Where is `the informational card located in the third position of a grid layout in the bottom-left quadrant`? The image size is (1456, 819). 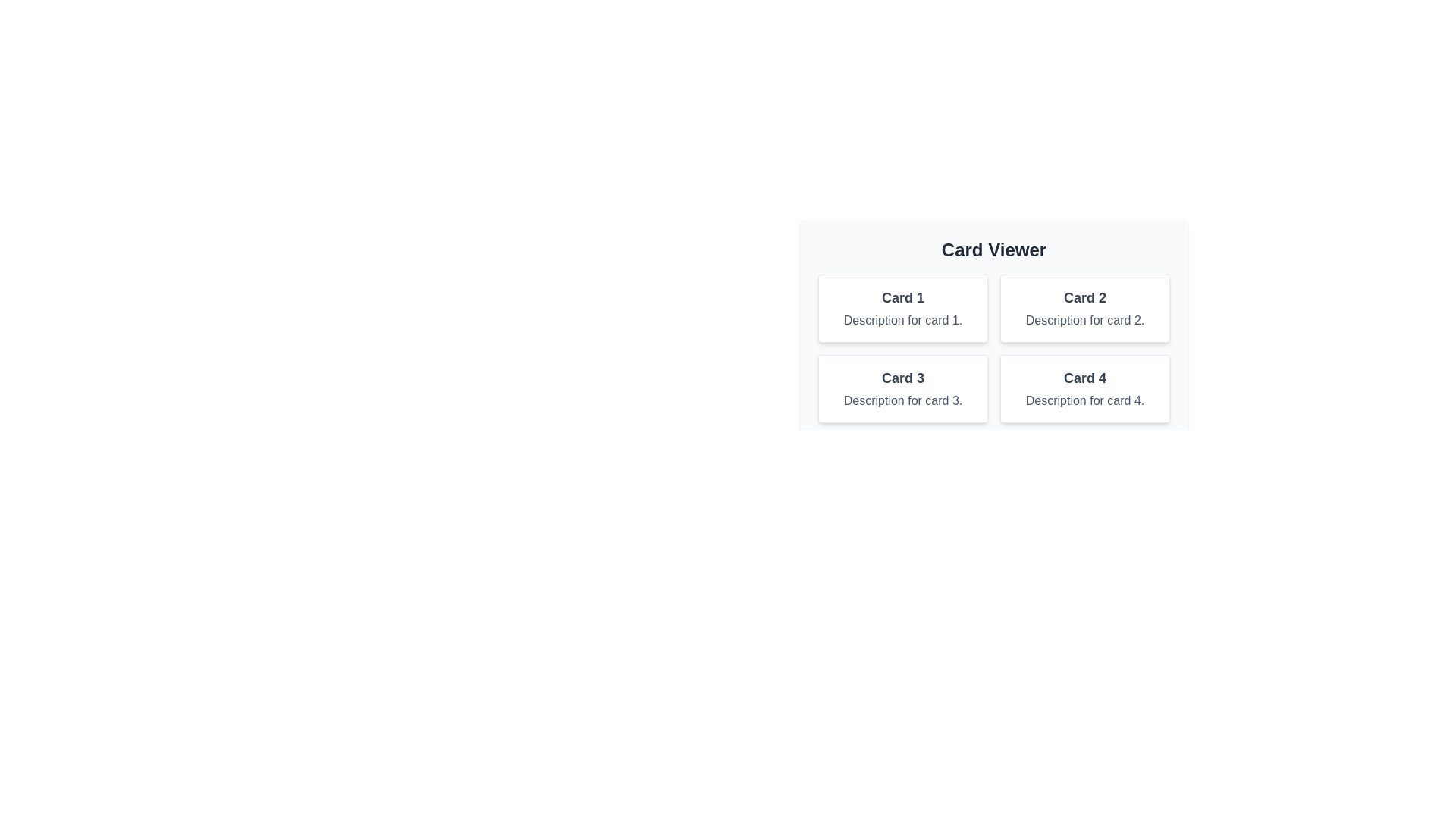
the informational card located in the third position of a grid layout in the bottom-left quadrant is located at coordinates (902, 388).